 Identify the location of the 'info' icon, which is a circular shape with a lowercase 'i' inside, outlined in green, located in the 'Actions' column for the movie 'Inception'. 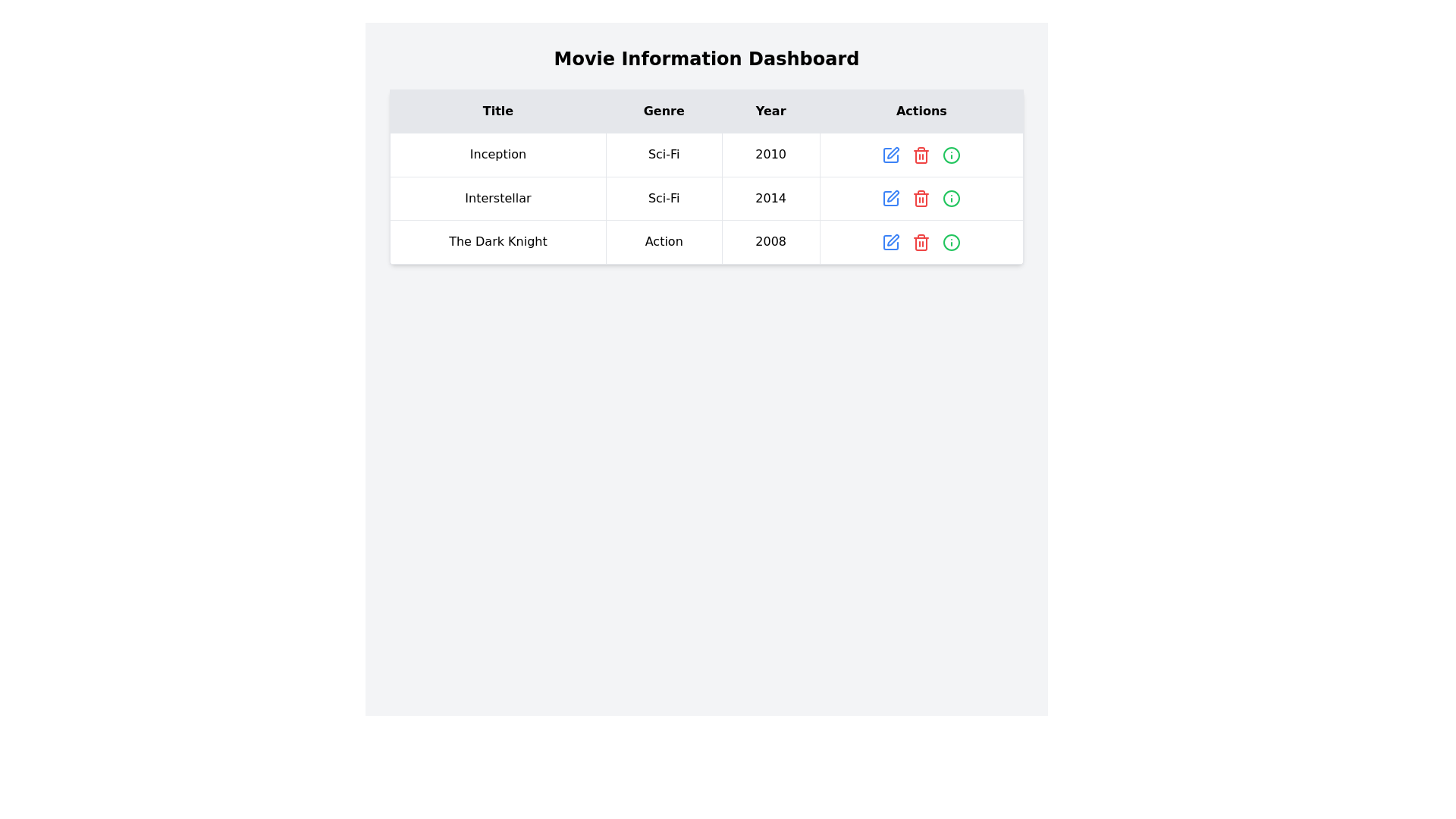
(951, 155).